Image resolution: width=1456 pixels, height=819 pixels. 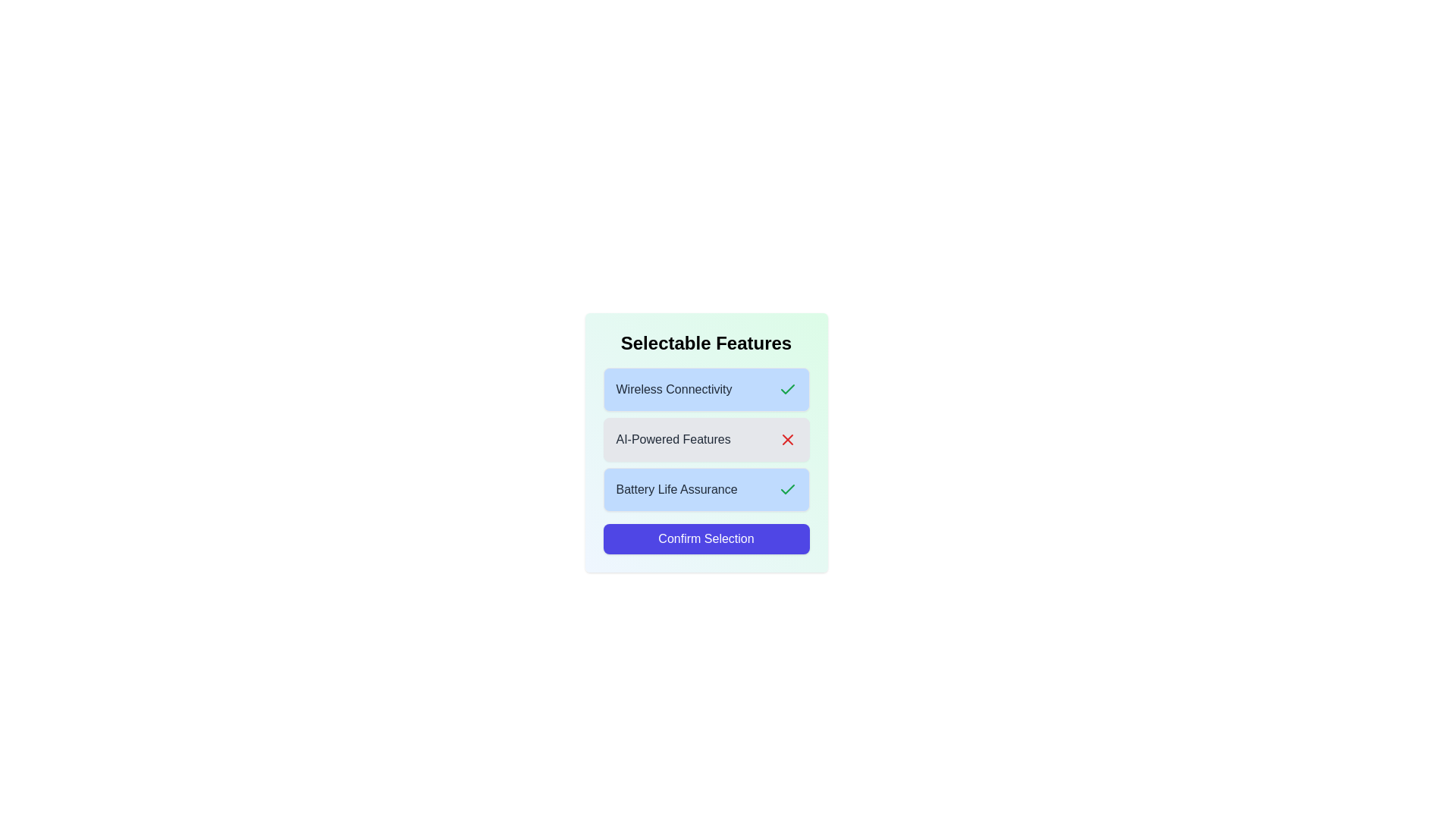 What do you see at coordinates (787, 439) in the screenshot?
I see `the cross icon indicating the deselected status of 'AI-Powered Features' in the second row of the selectable features list` at bounding box center [787, 439].